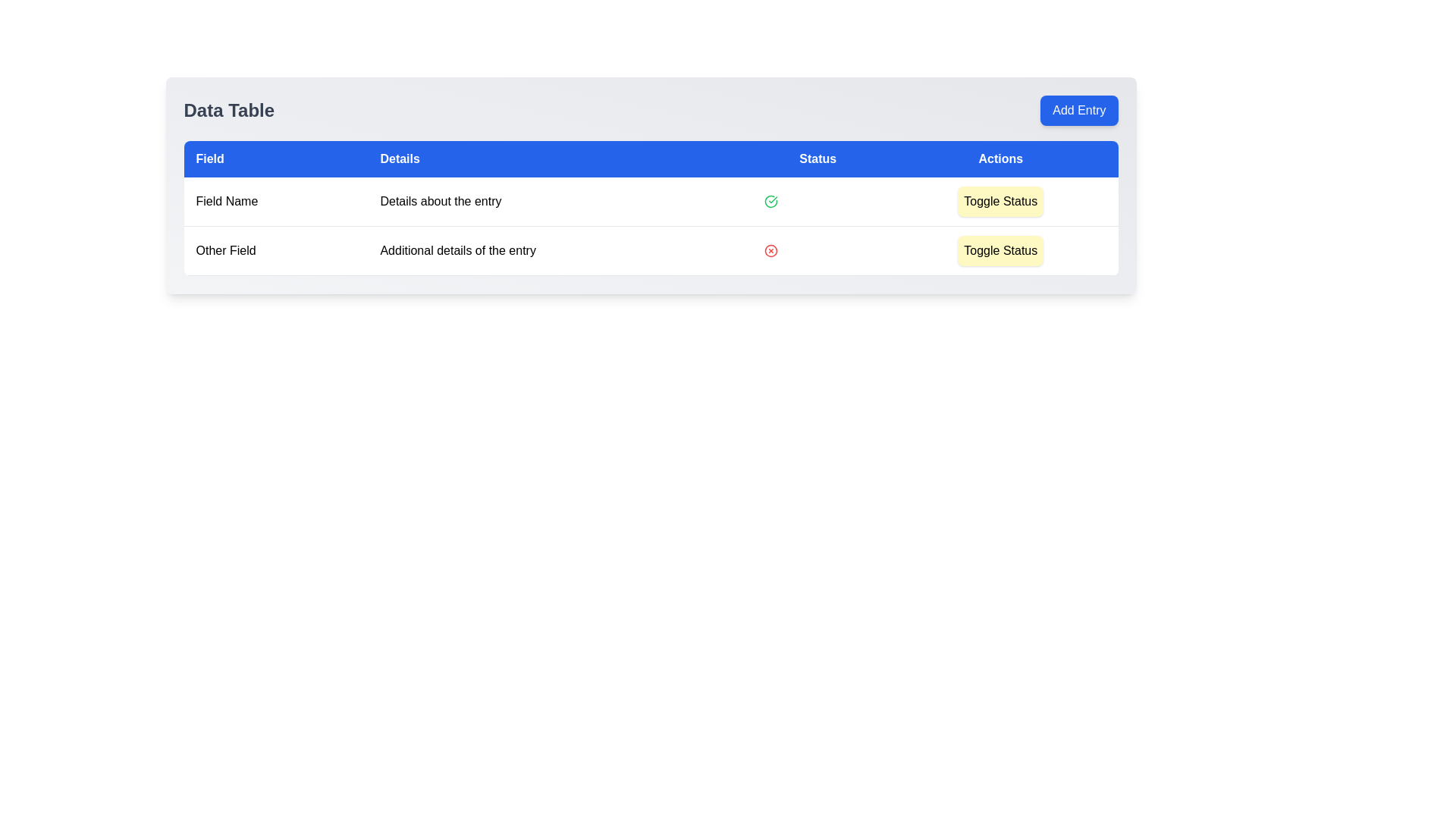  I want to click on the status of the green circular status icon located in the 'Status' column, adjacent to the text 'Details about the entry'. This icon is the first in a group of two status icons and is positioned before the 'Toggle Status' button, so click(771, 201).